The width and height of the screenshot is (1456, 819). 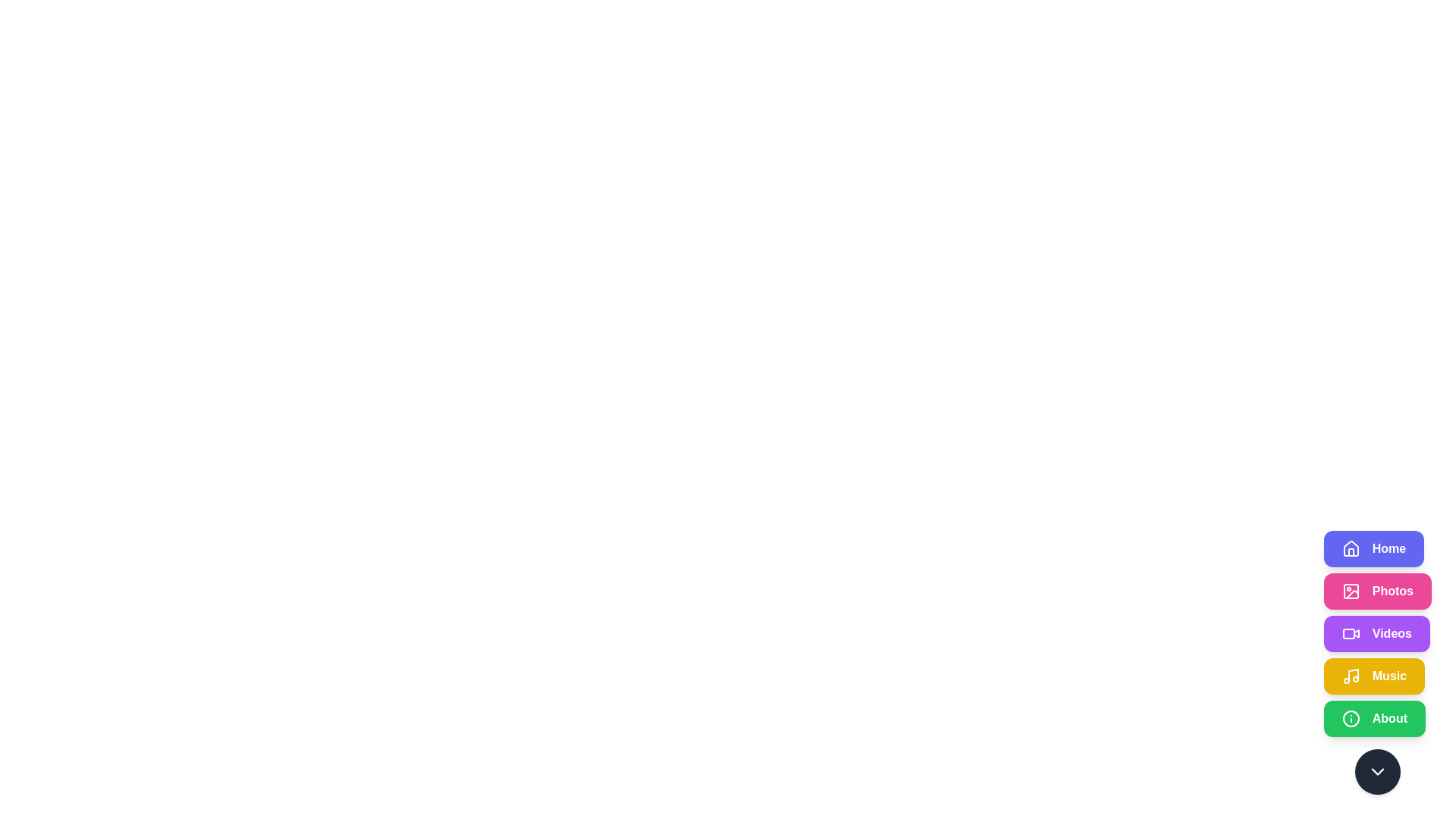 I want to click on the button corresponding to the section Home, so click(x=1373, y=549).